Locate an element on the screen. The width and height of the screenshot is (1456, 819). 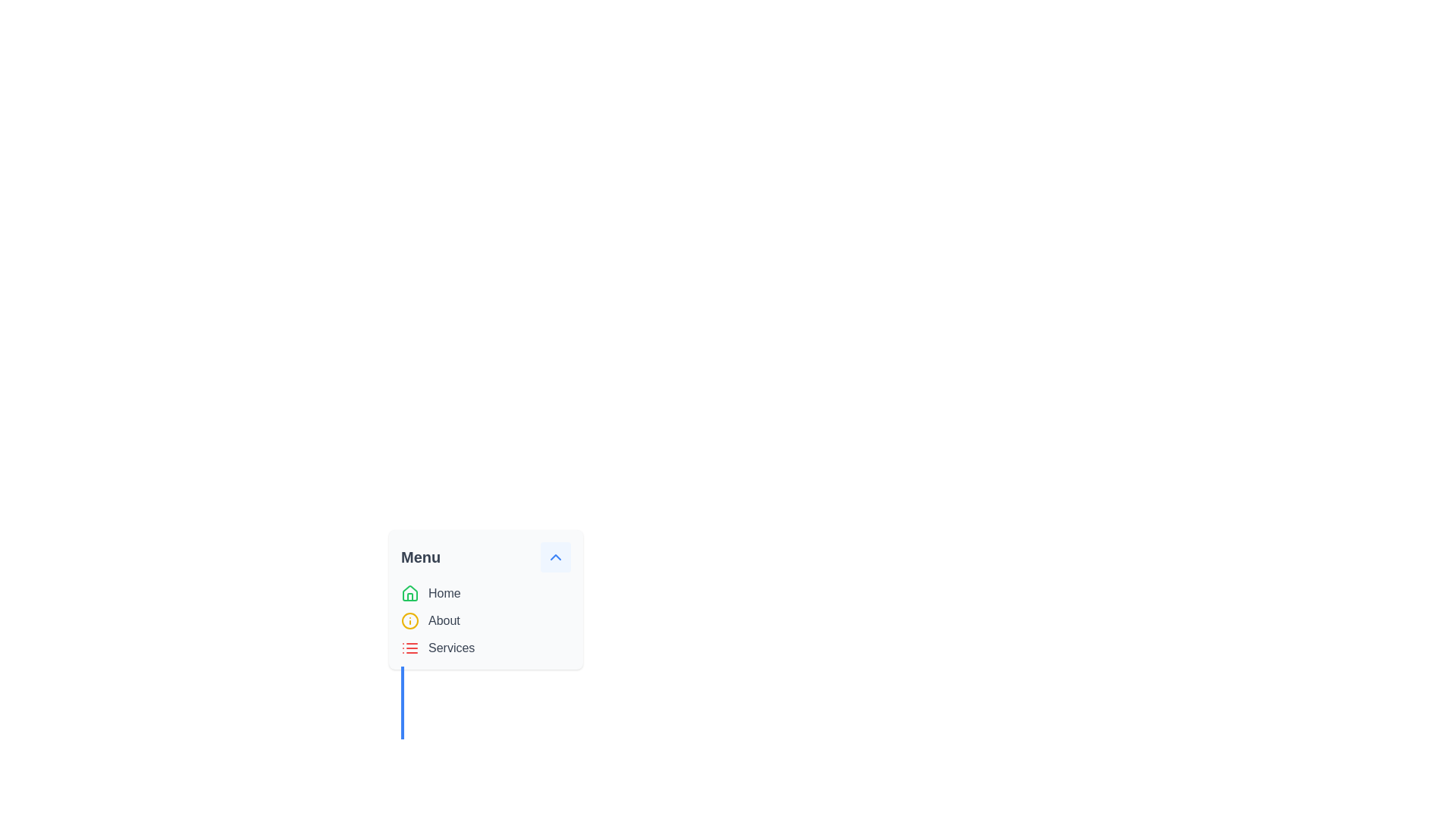
the 'Home' menu item, which is the first item in the vertical menu list is located at coordinates (486, 593).